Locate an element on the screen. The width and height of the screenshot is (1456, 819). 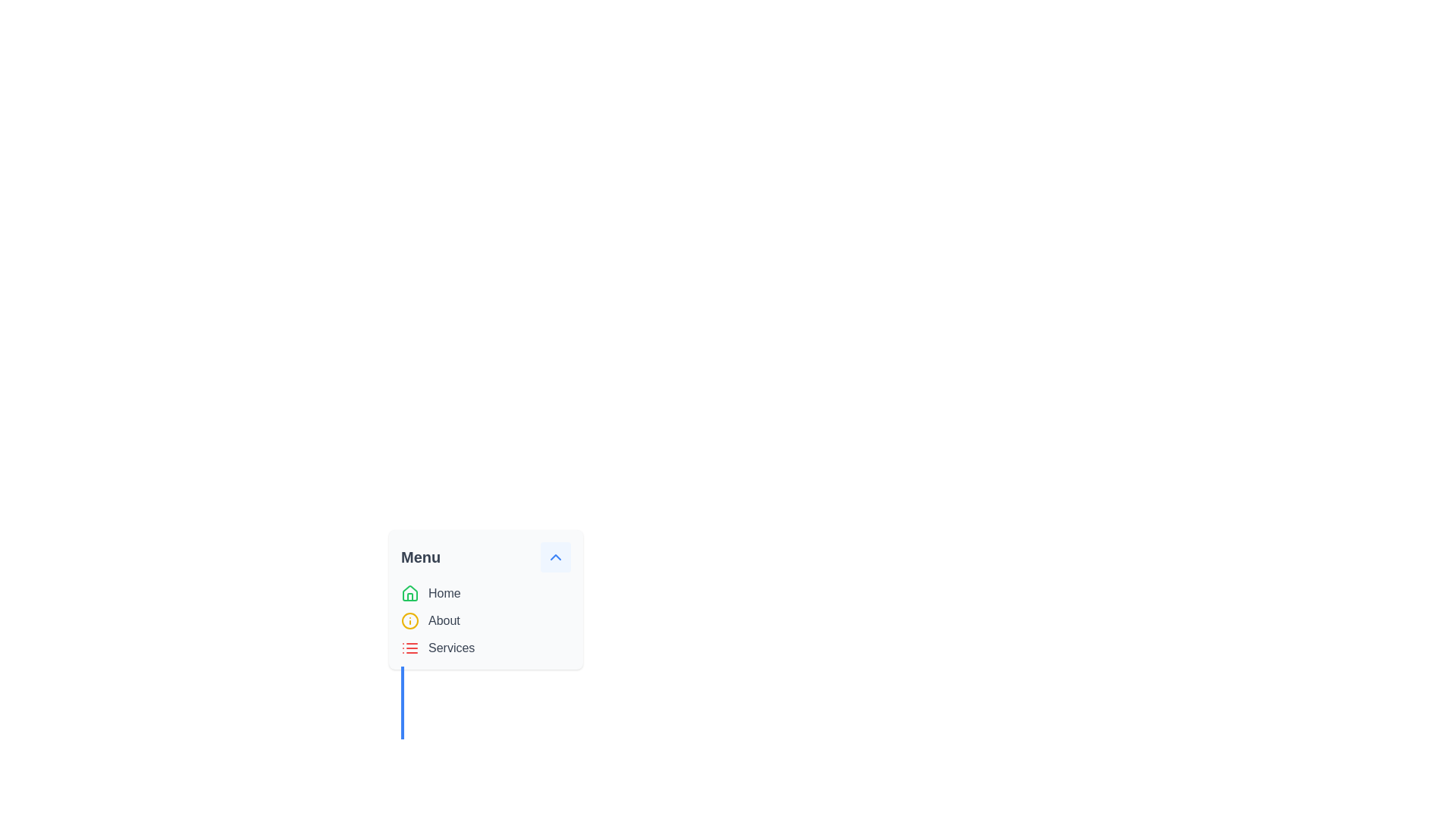
the 'Home' menu item, which is the first item in the vertical menu list is located at coordinates (486, 593).